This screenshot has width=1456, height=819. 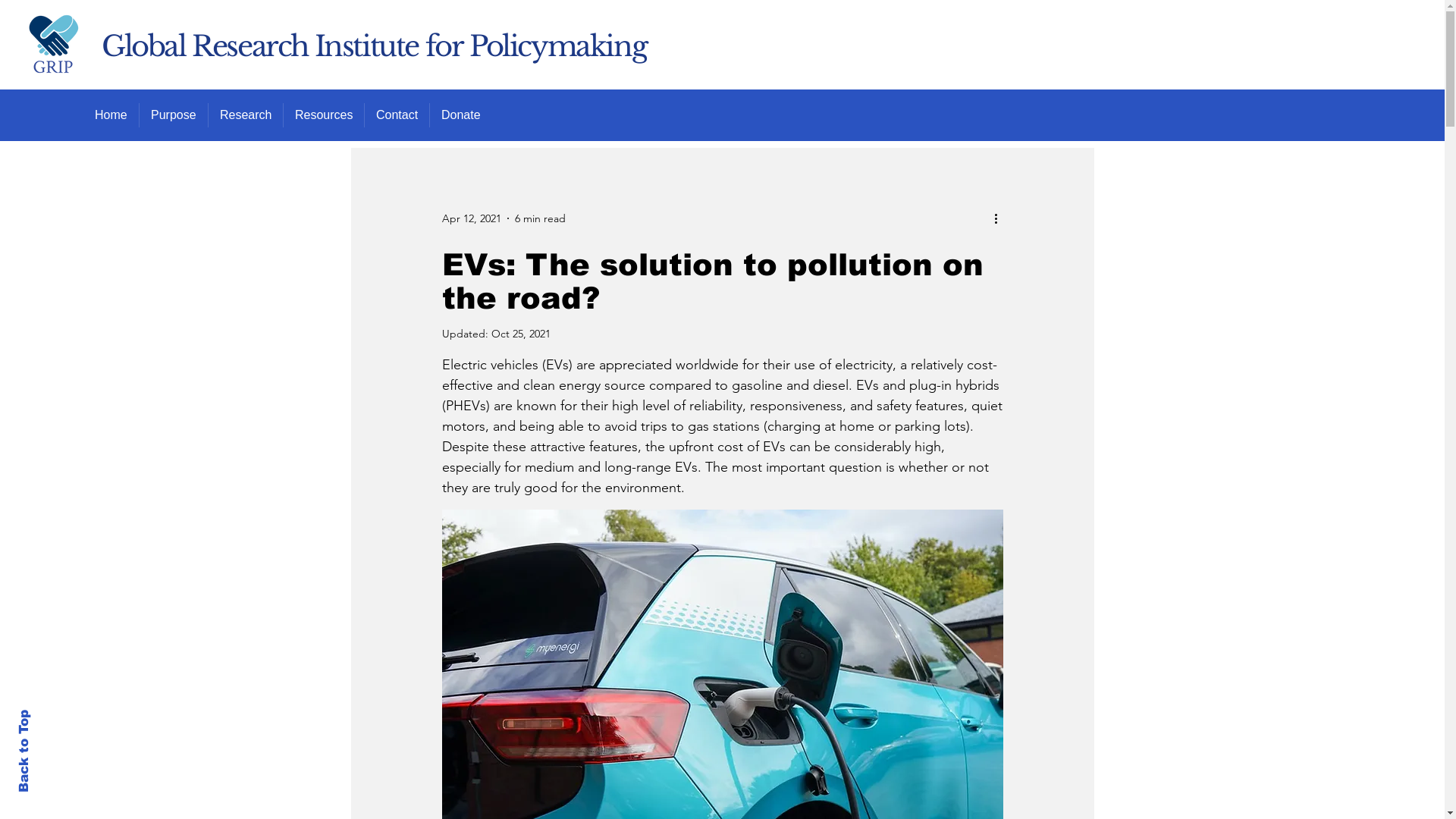 I want to click on 'Donate', so click(x=428, y=114).